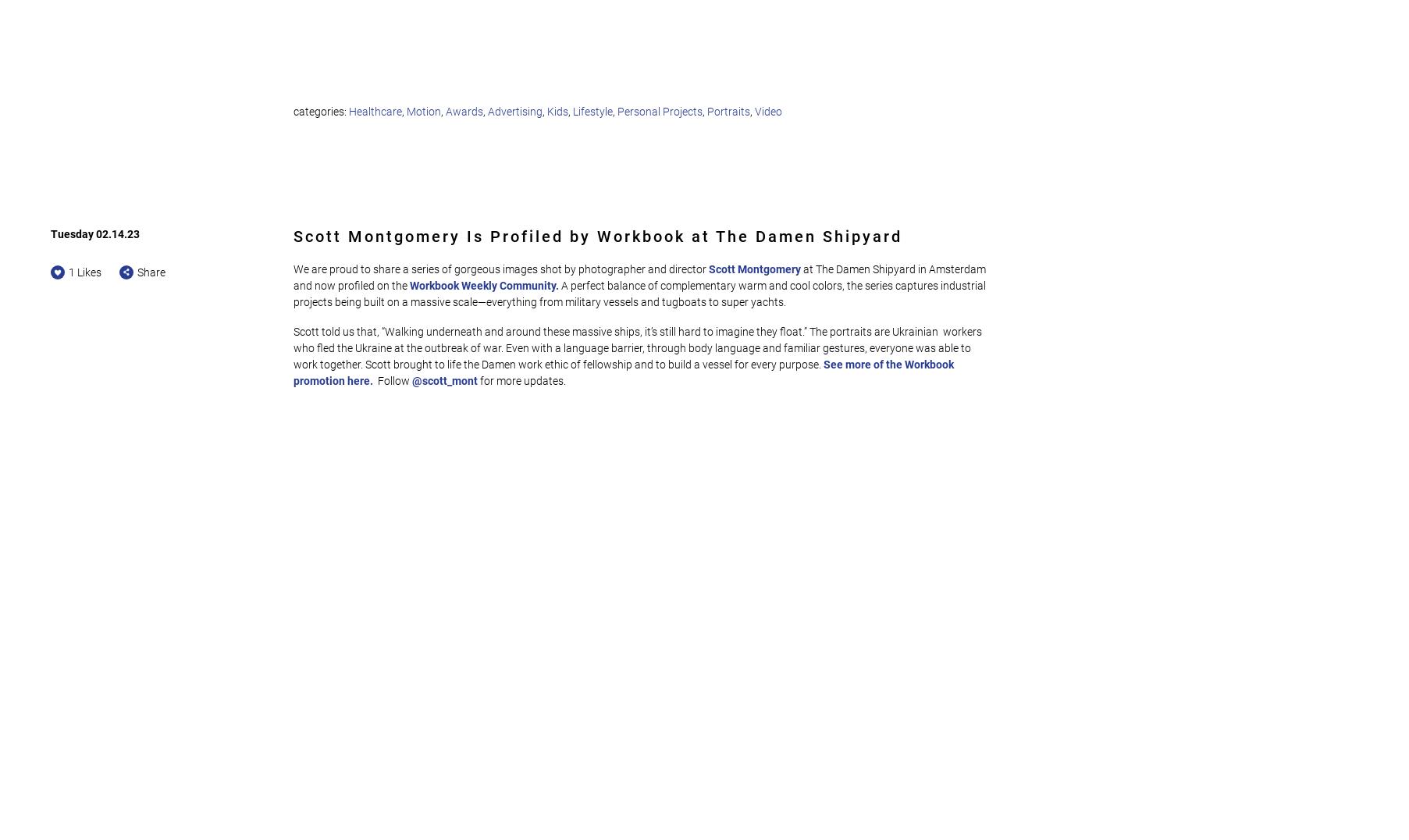  What do you see at coordinates (728, 111) in the screenshot?
I see `'Portraits'` at bounding box center [728, 111].